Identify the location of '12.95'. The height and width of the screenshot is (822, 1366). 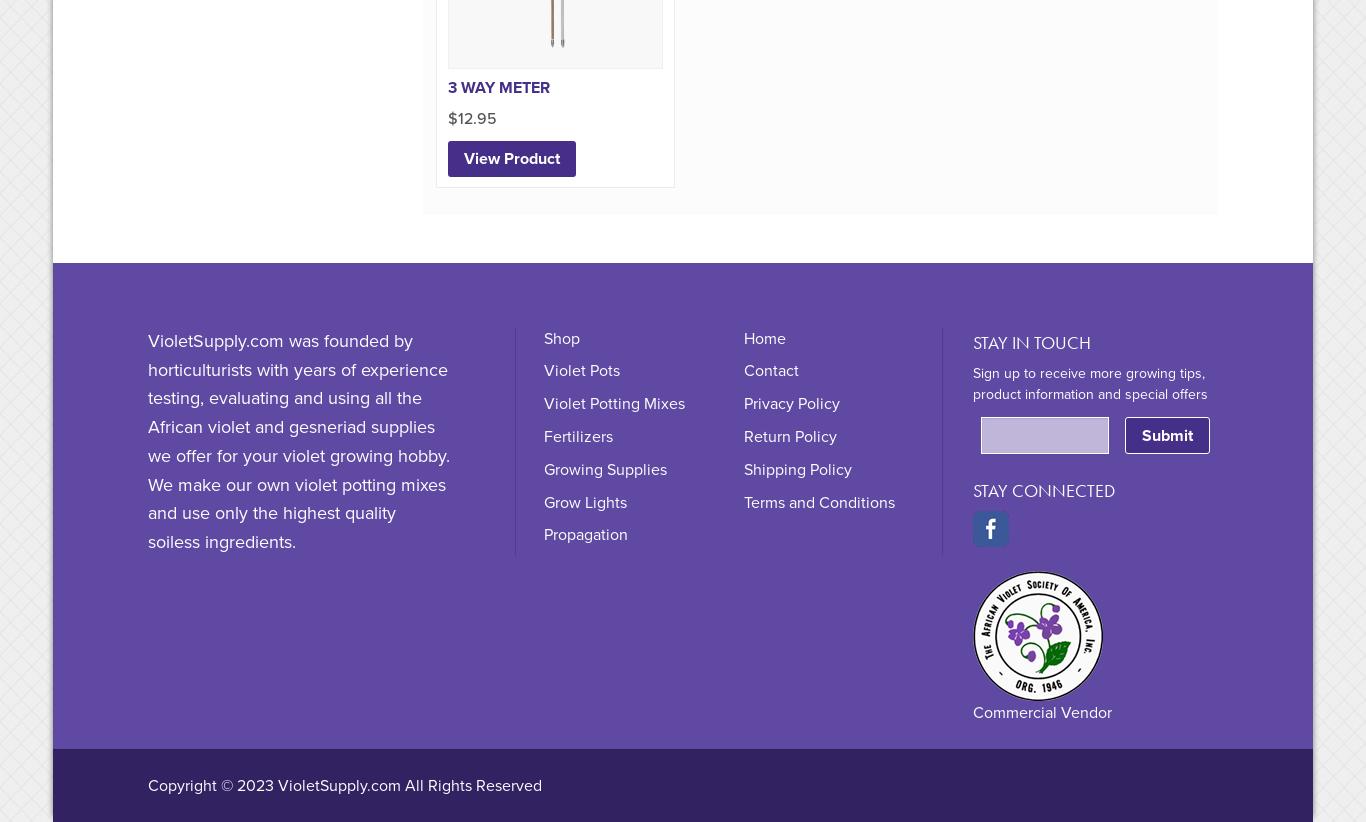
(476, 118).